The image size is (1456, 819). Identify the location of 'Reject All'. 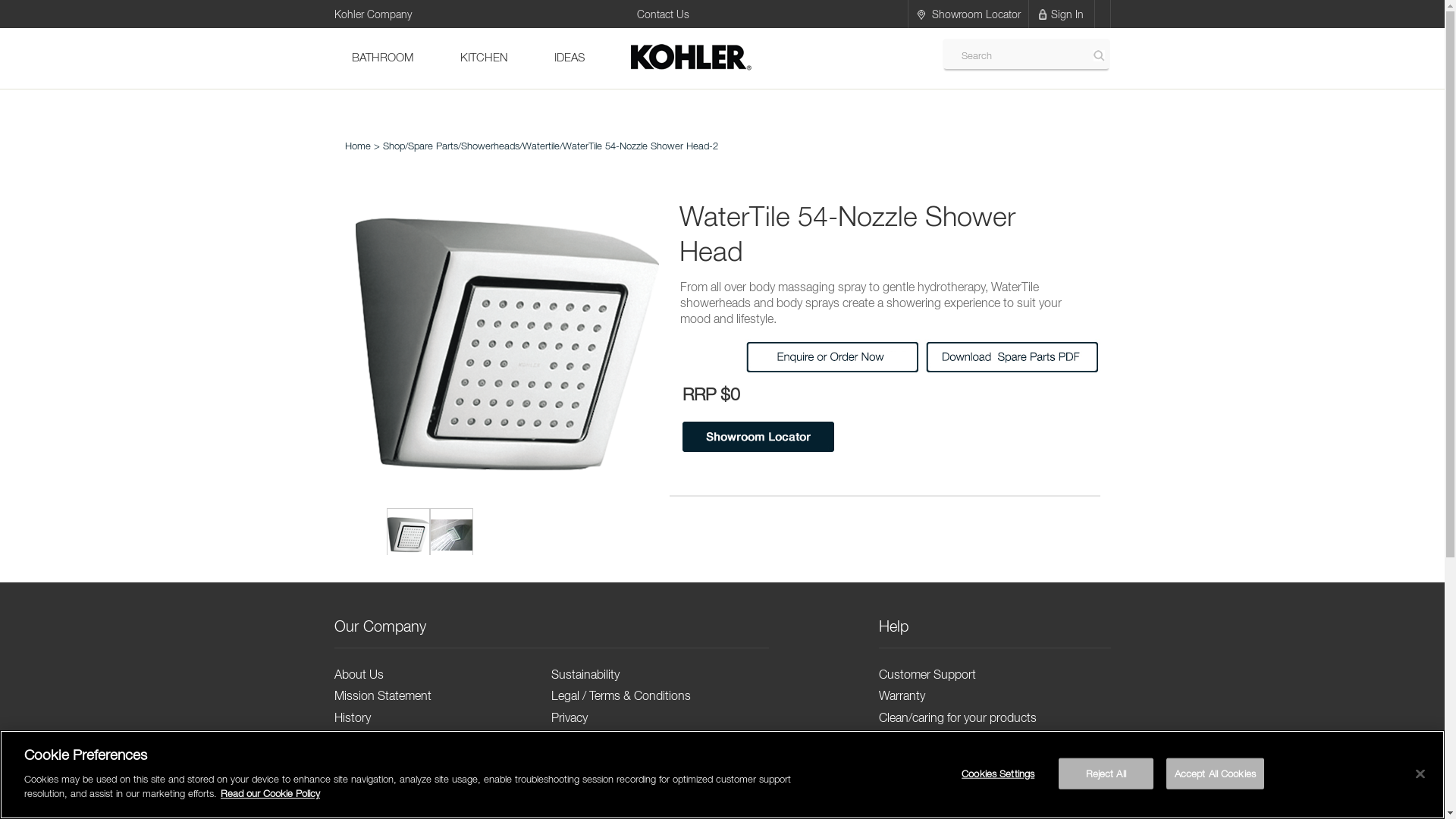
(1106, 773).